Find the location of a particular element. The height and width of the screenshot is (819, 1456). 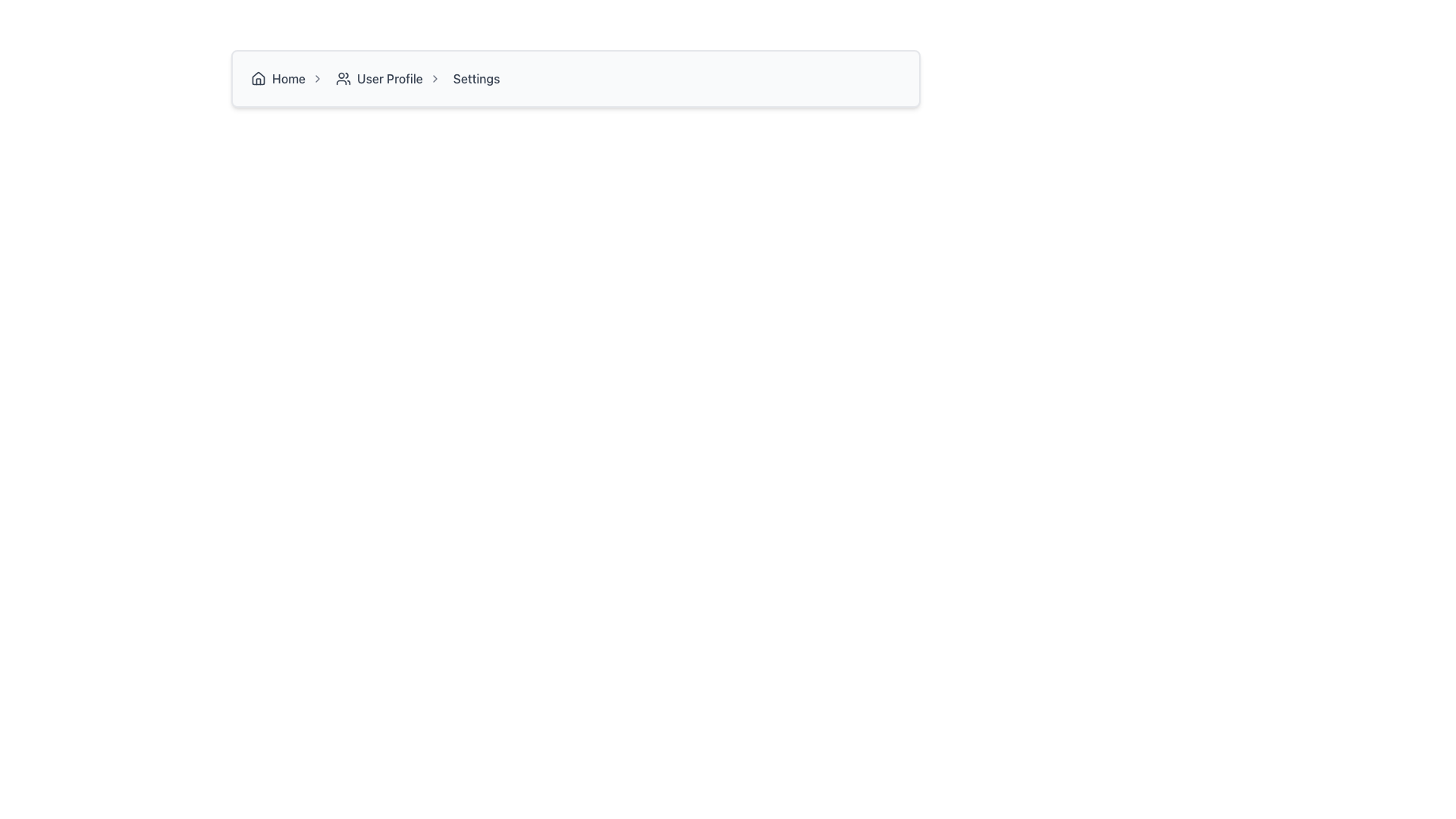

the 'Home' link in the breadcrumb navigation bar is located at coordinates (287, 79).